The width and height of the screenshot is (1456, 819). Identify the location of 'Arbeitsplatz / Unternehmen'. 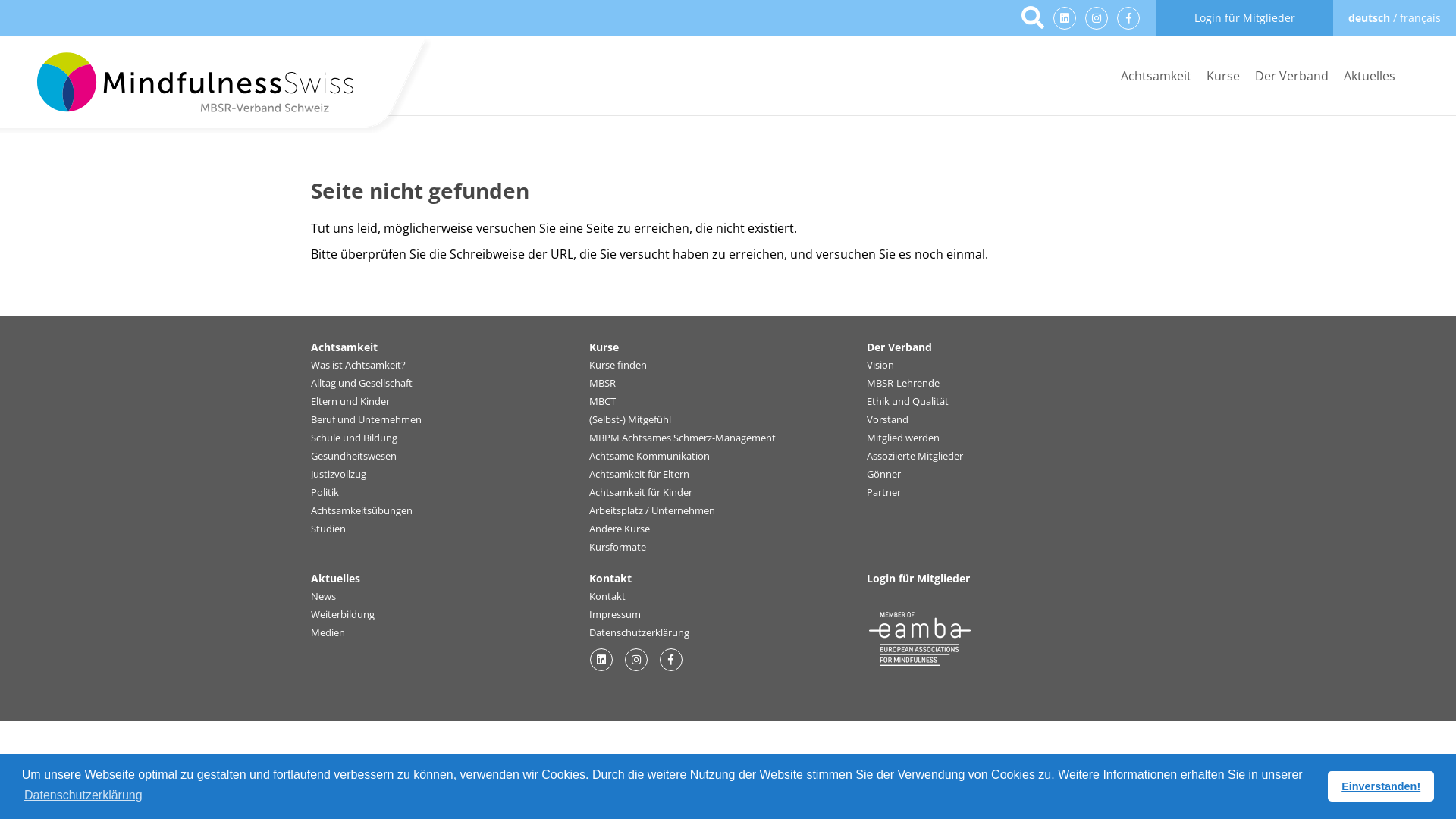
(651, 511).